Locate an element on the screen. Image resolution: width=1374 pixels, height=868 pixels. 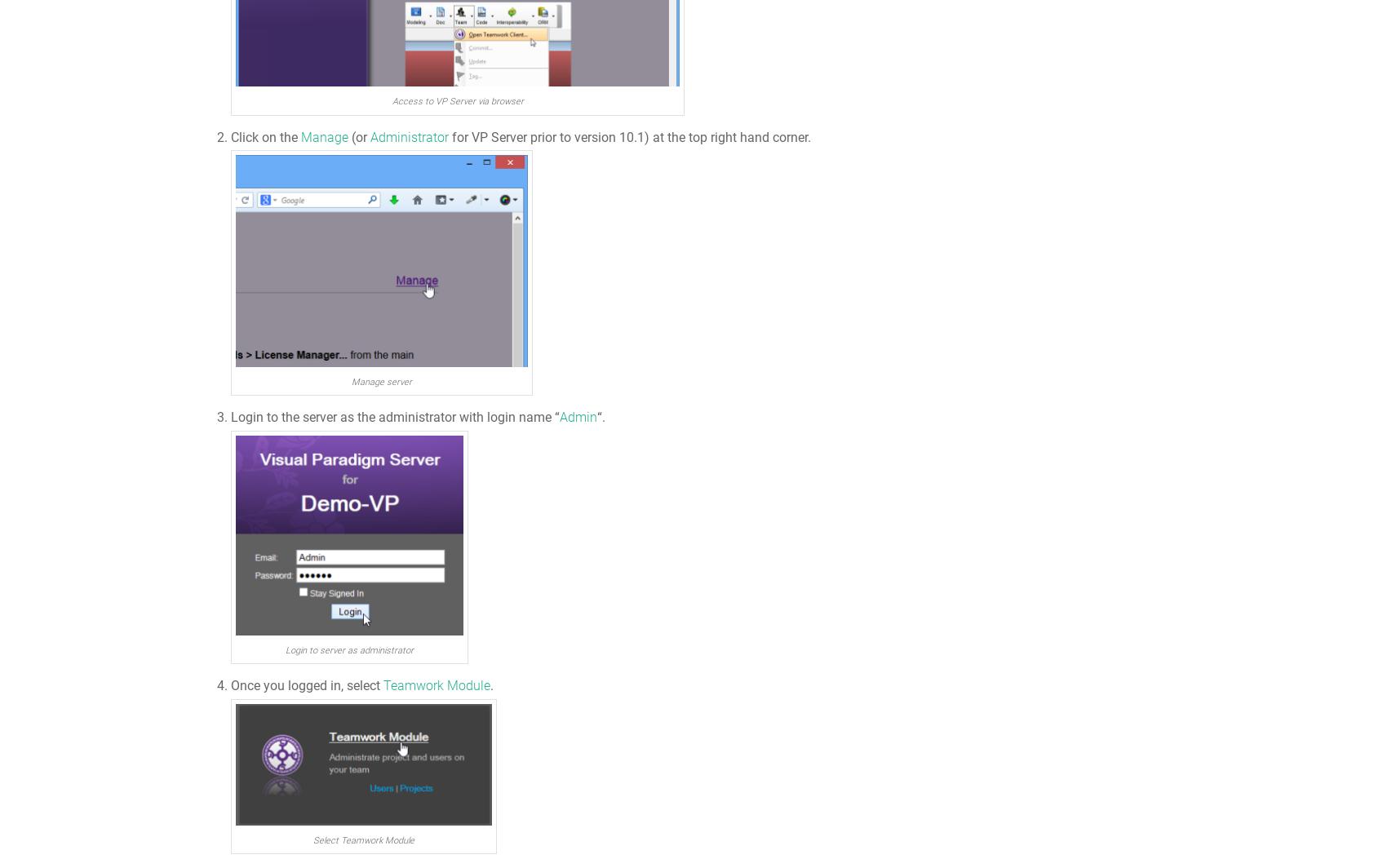
'.' is located at coordinates (491, 685).